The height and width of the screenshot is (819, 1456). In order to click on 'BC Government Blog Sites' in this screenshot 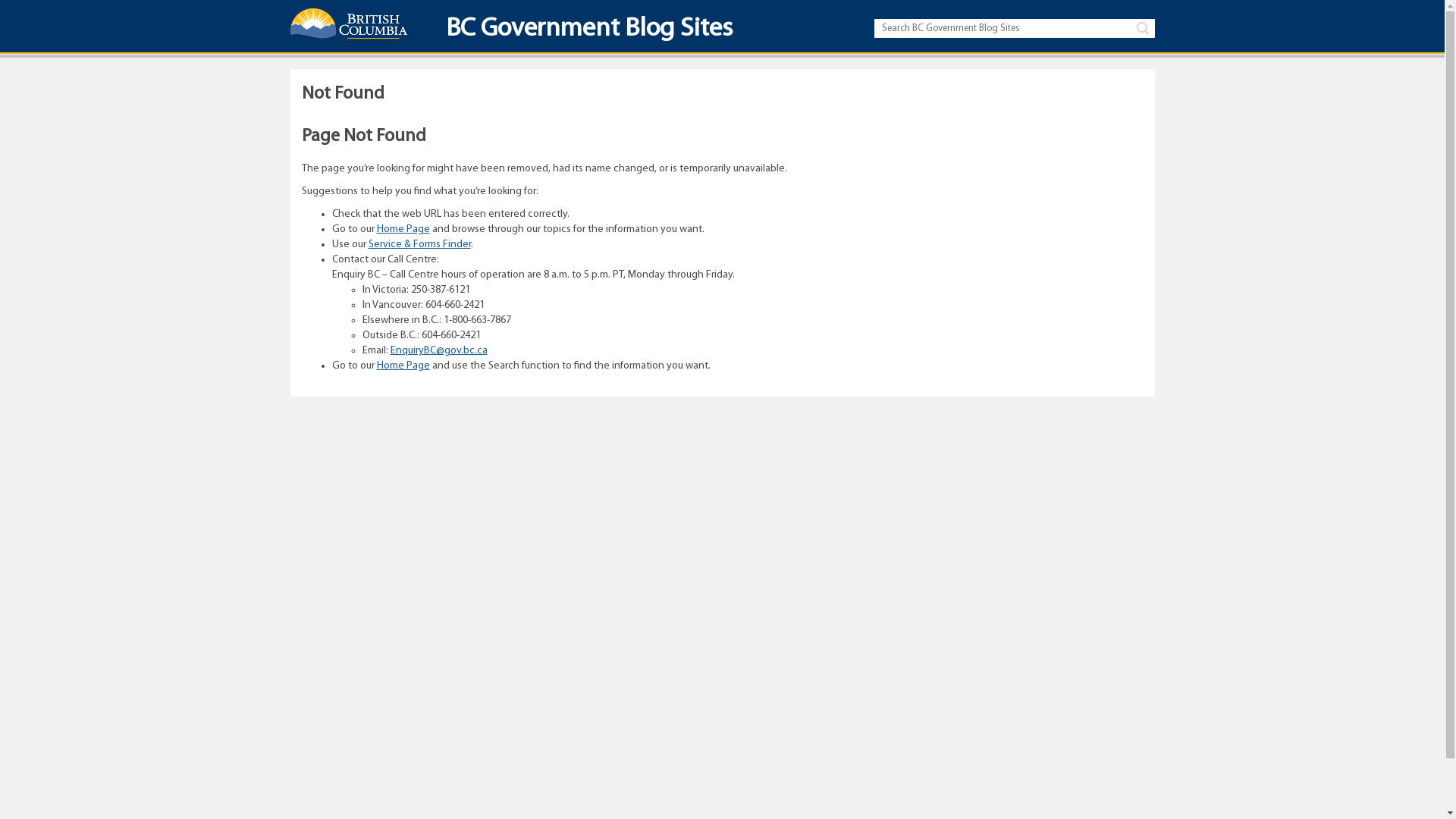, I will do `click(582, 33)`.